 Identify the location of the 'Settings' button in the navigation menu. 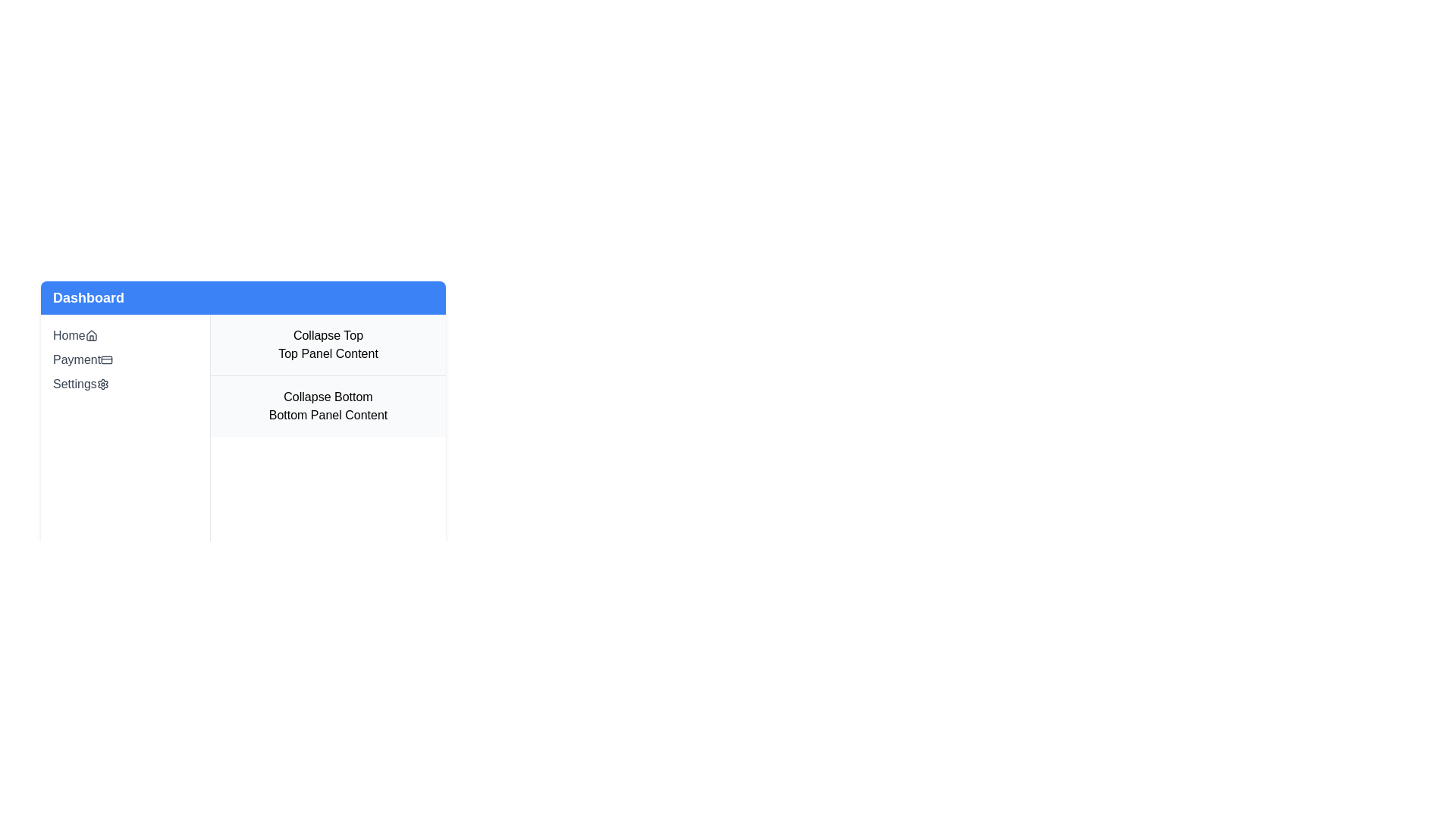
(125, 383).